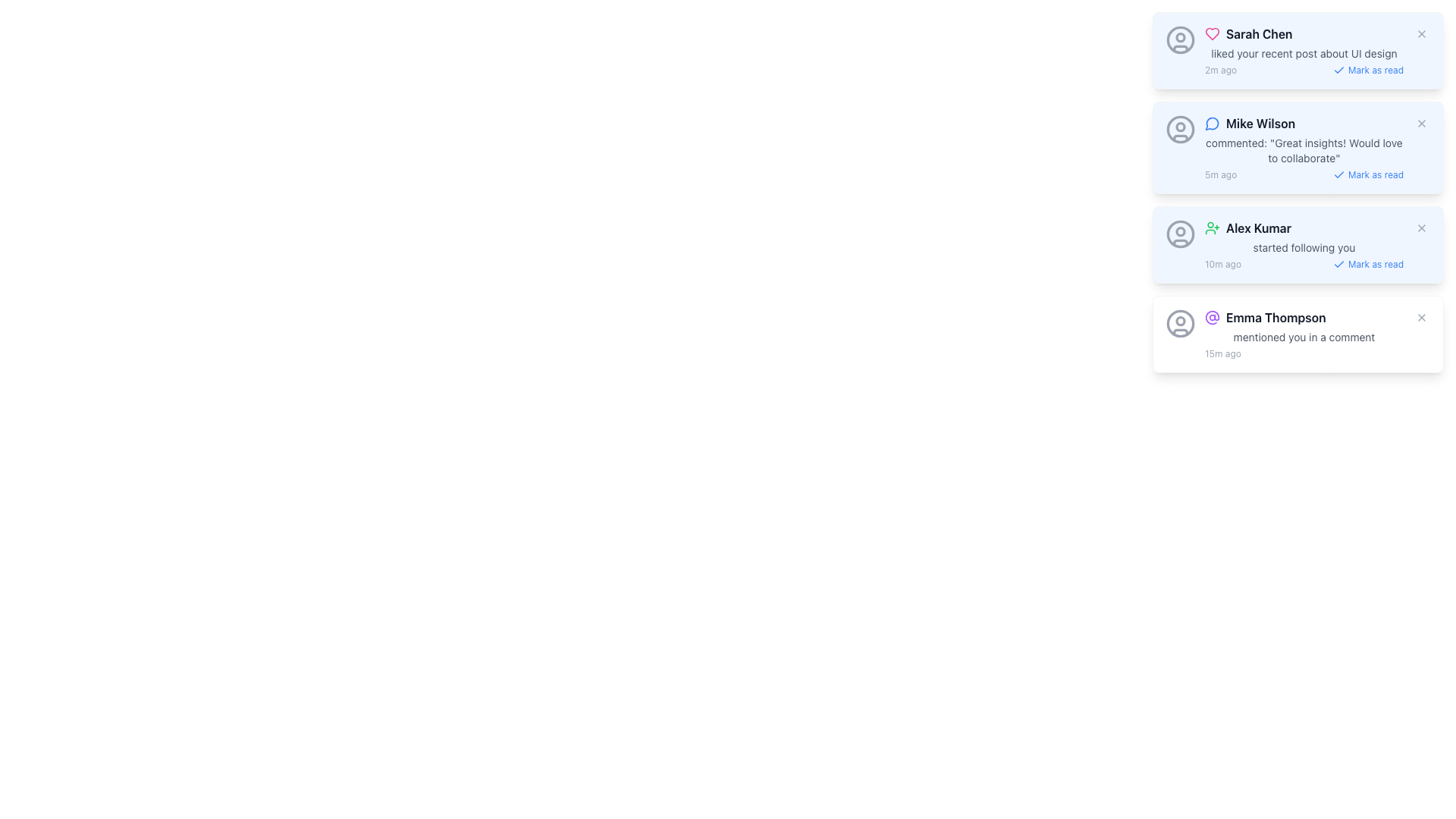 This screenshot has width=1456, height=819. I want to click on the 'Mark as read' interactive text button with a check mark icon located in the notification card about 'Sarah Chen' to mark the notification as read, so click(1368, 70).